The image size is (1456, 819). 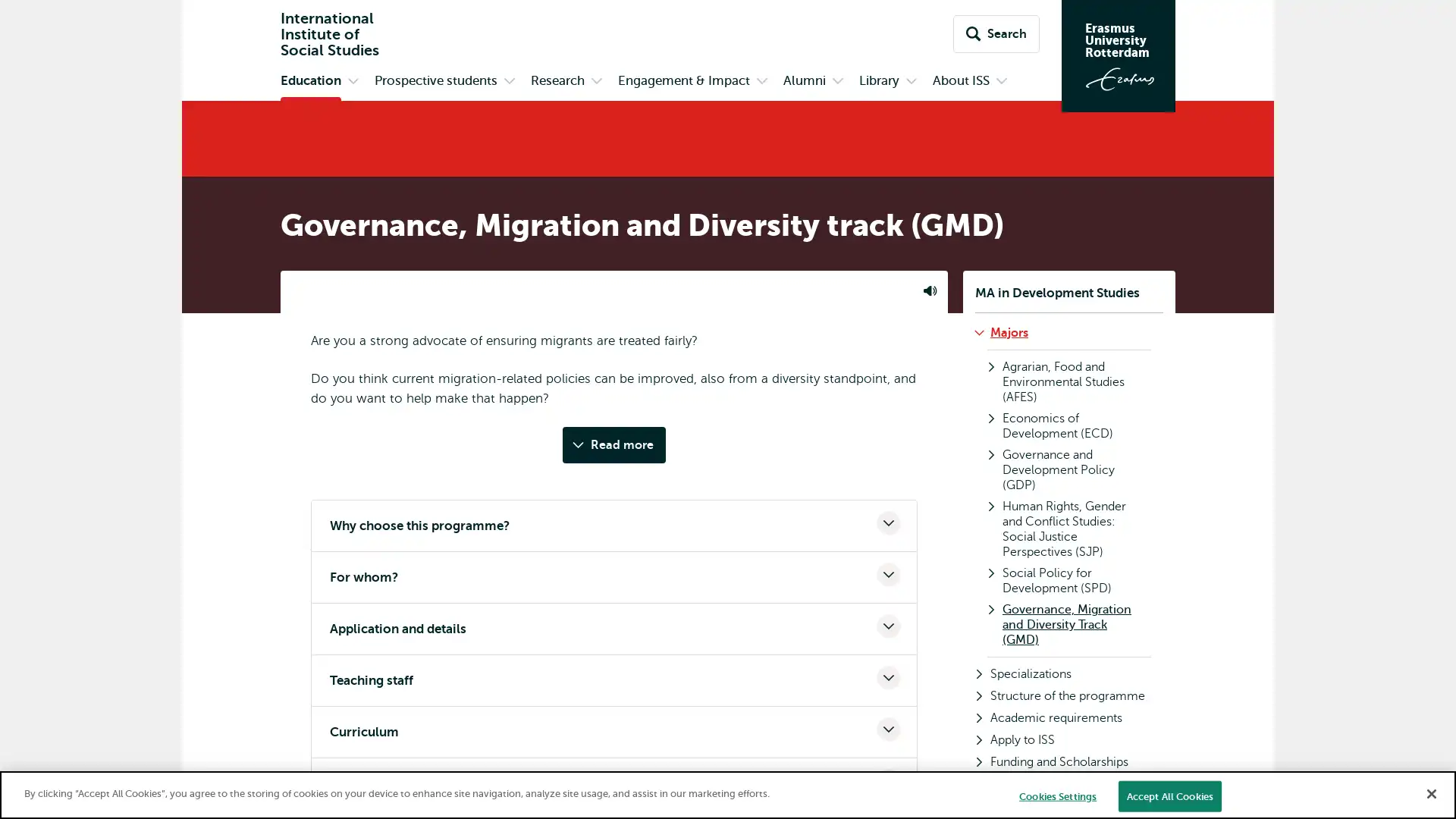 What do you see at coordinates (614, 783) in the screenshot?
I see `Didactic approach` at bounding box center [614, 783].